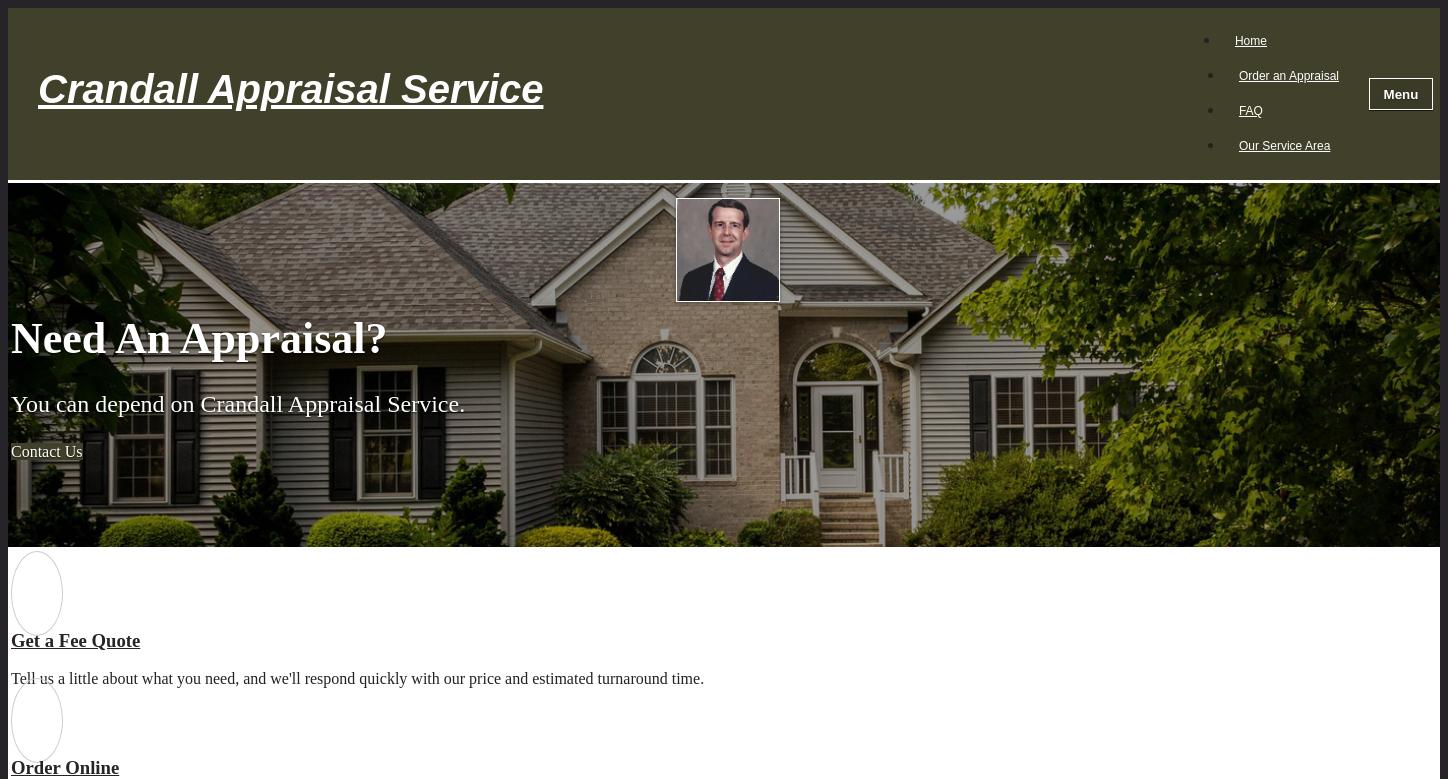  I want to click on 'Need An Appraisal?', so click(198, 338).